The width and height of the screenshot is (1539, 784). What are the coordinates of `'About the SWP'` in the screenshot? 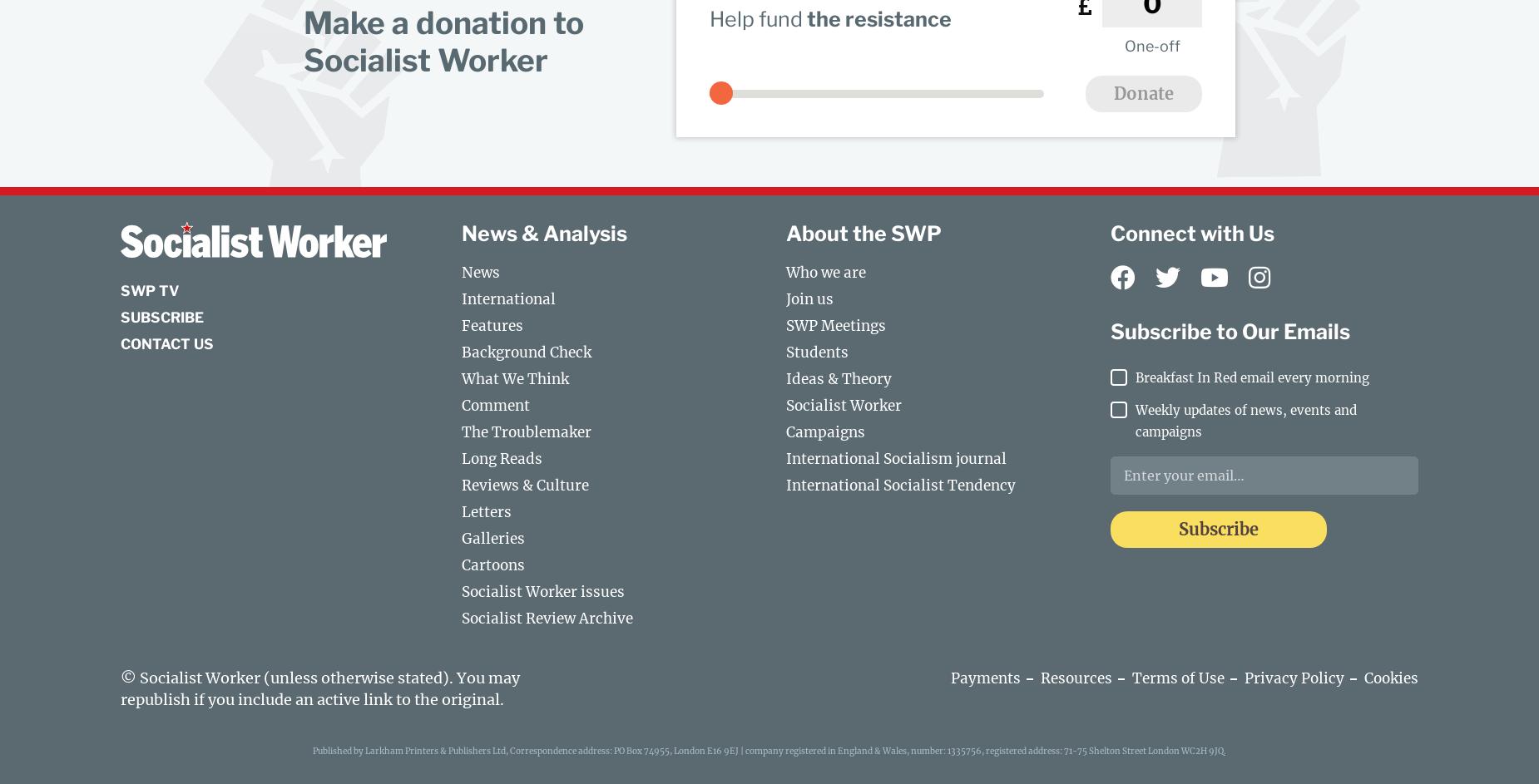 It's located at (863, 233).